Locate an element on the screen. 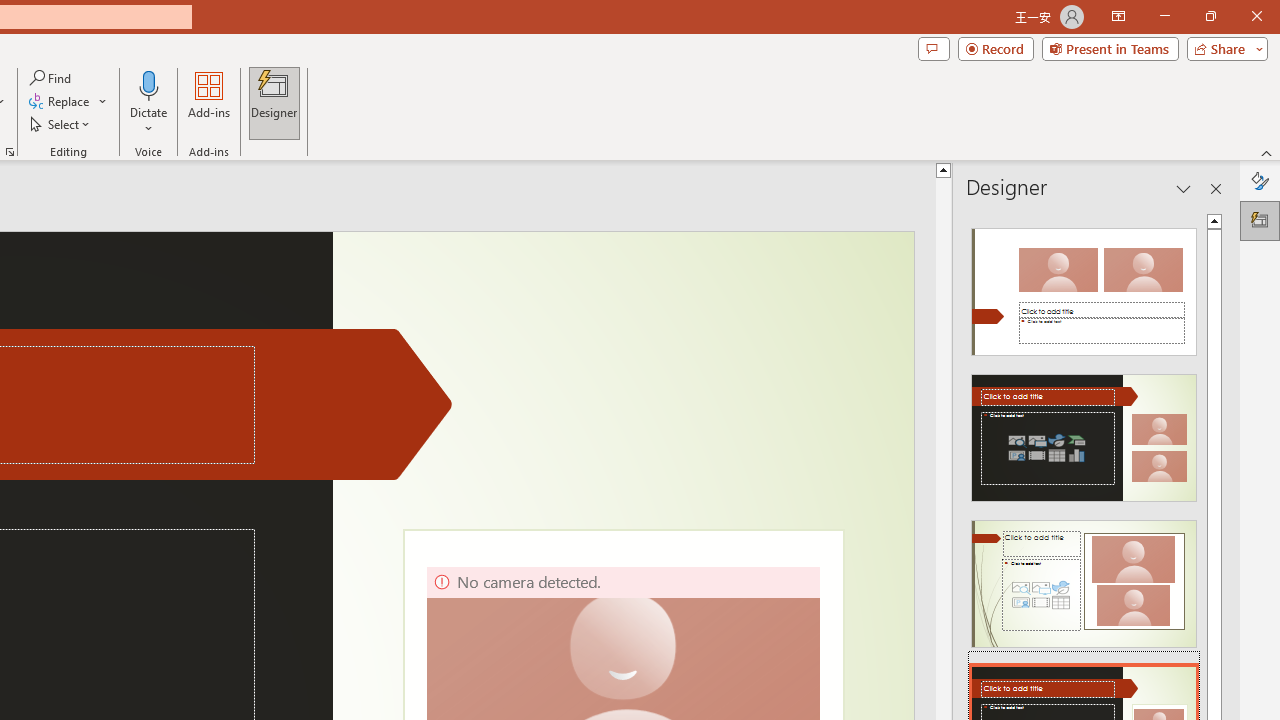  'Close pane' is located at coordinates (1215, 189).